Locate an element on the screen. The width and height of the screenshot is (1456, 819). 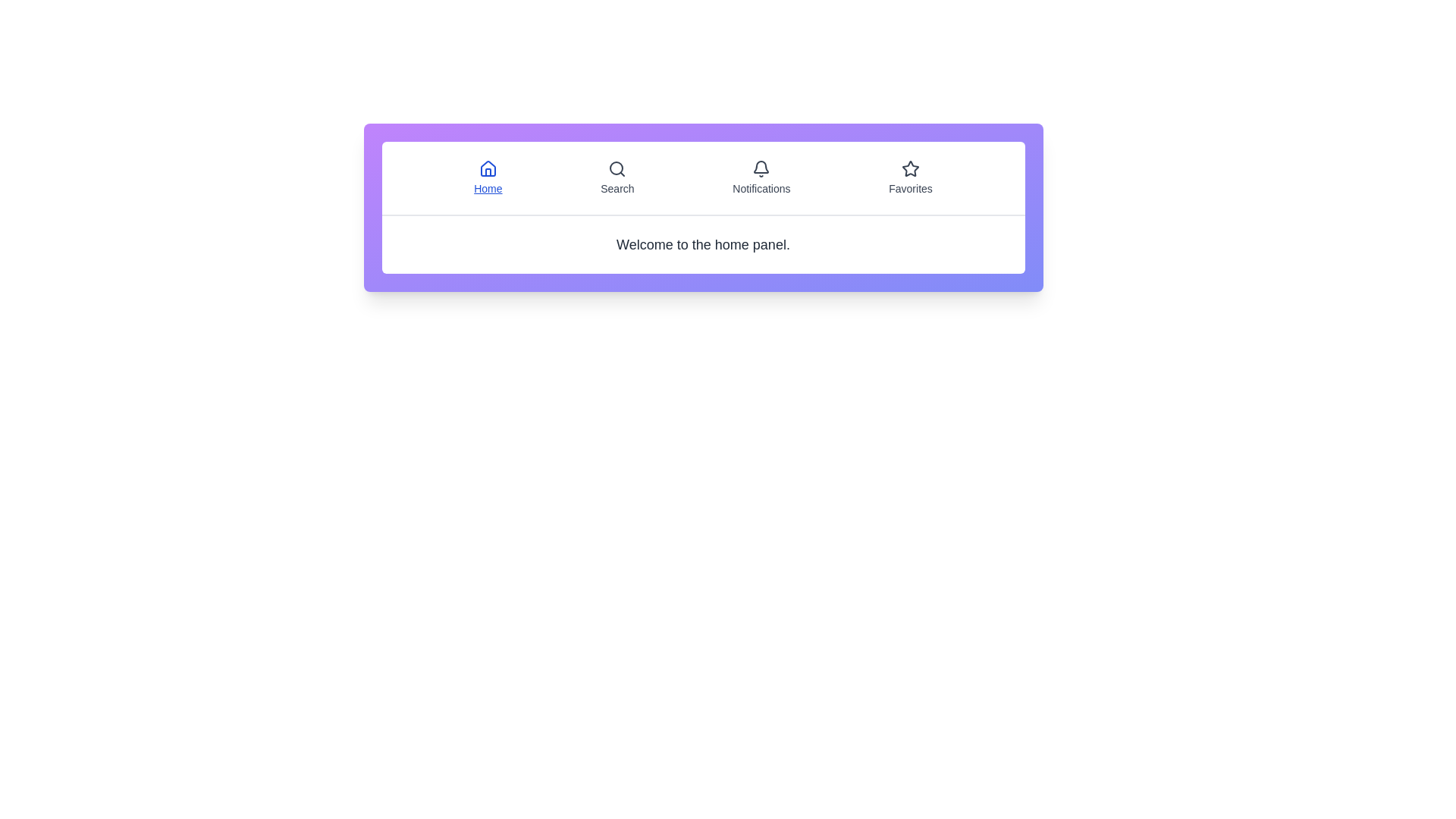
the tab labeled Favorites is located at coordinates (910, 177).